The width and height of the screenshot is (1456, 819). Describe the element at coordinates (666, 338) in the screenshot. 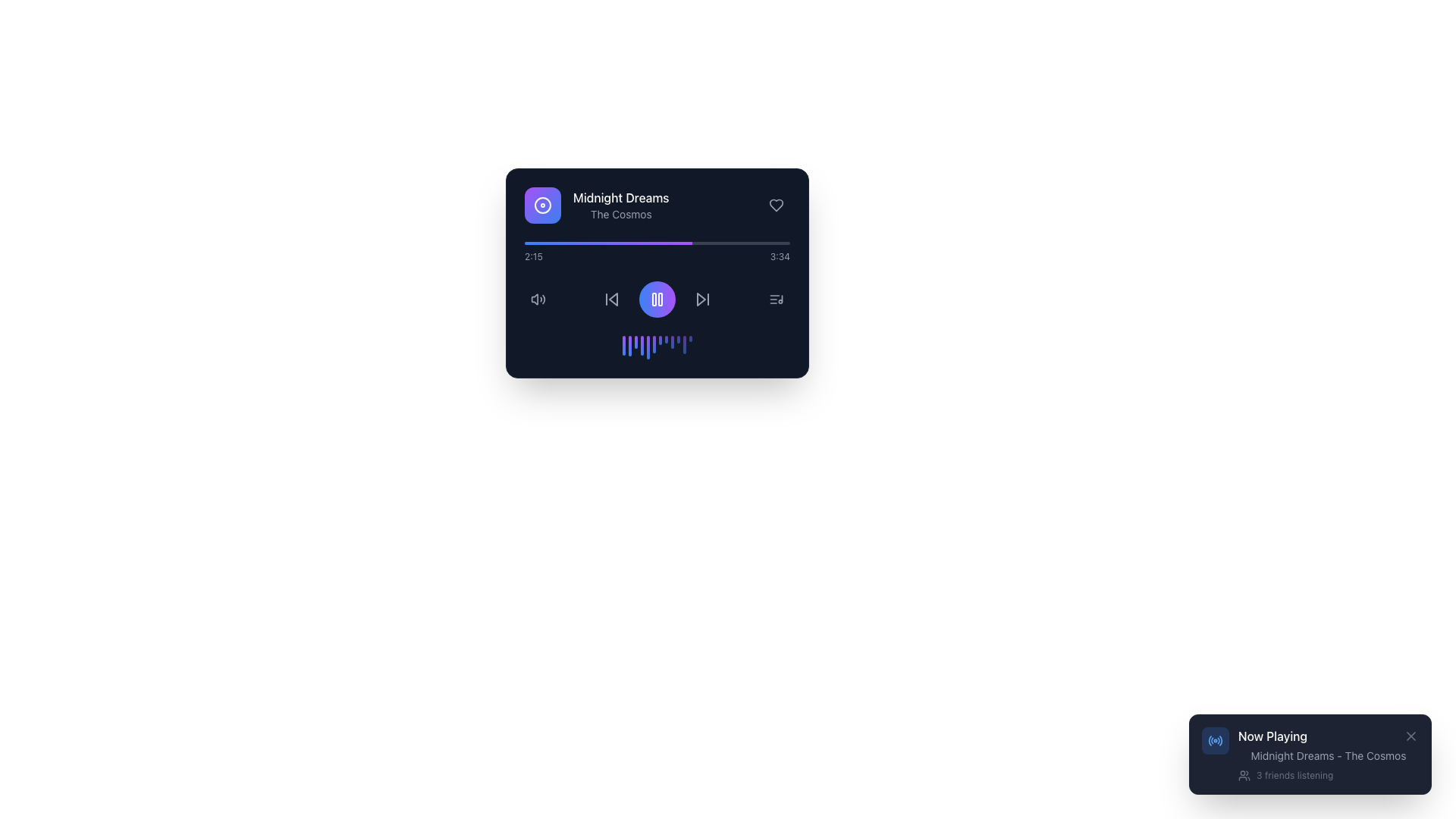

I see `the eighth waveform bar, which has a gradient color transitioning from blue to purple and a pulsing animation, to observe its visual response` at that location.